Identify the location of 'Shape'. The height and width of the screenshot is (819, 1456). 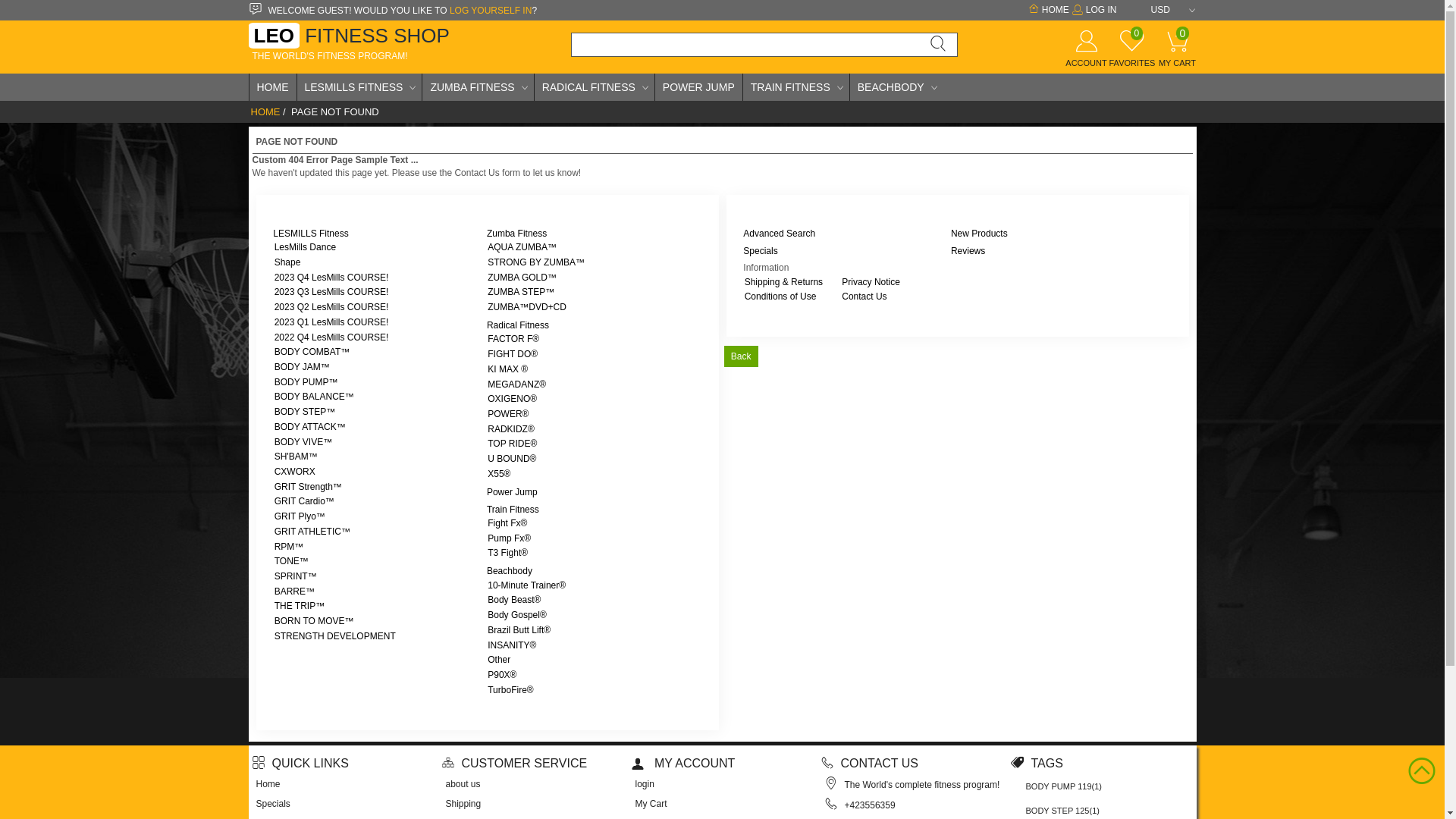
(287, 262).